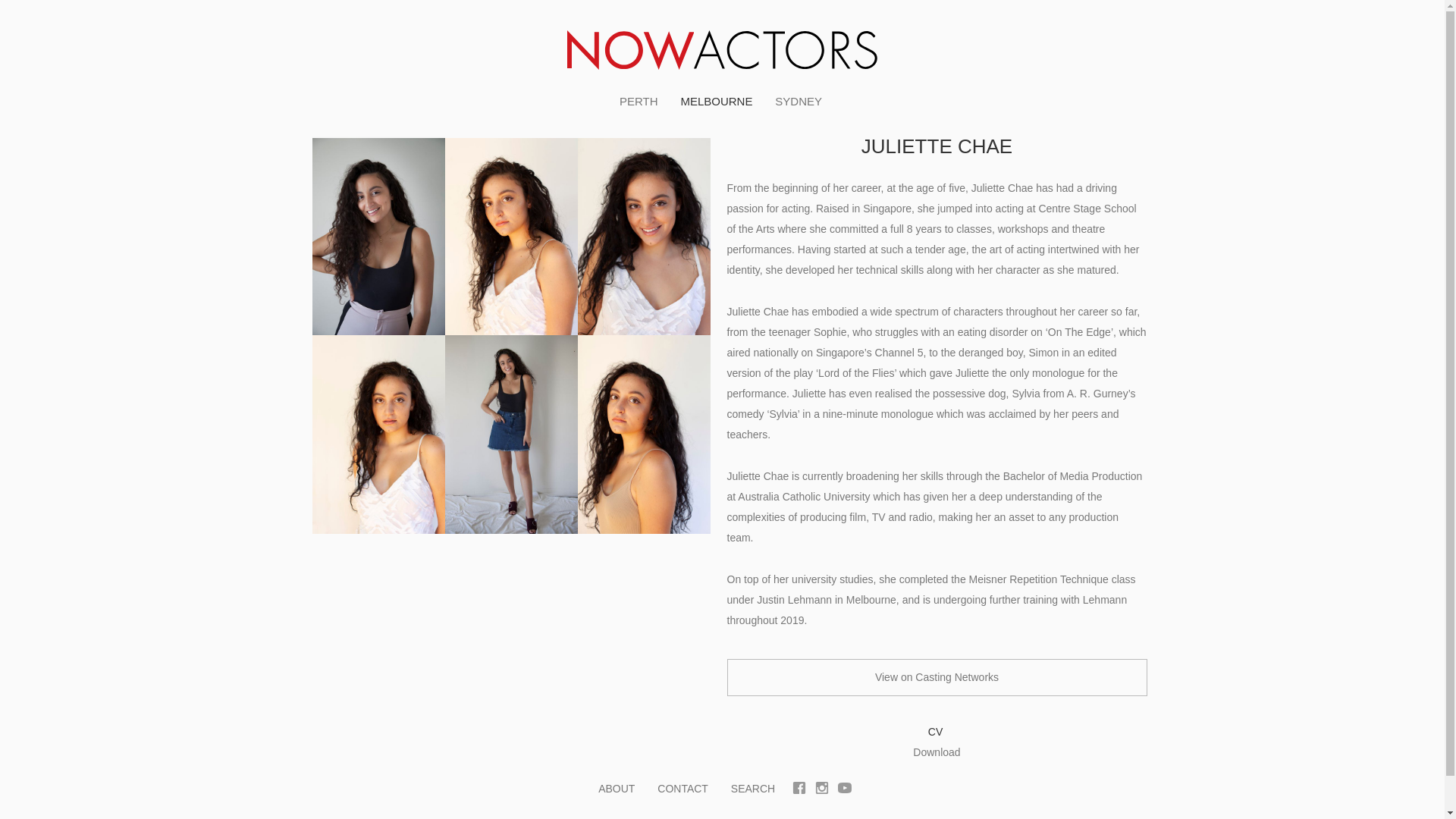 Image resolution: width=1456 pixels, height=819 pixels. Describe the element at coordinates (753, 788) in the screenshot. I see `'SEARCH'` at that location.